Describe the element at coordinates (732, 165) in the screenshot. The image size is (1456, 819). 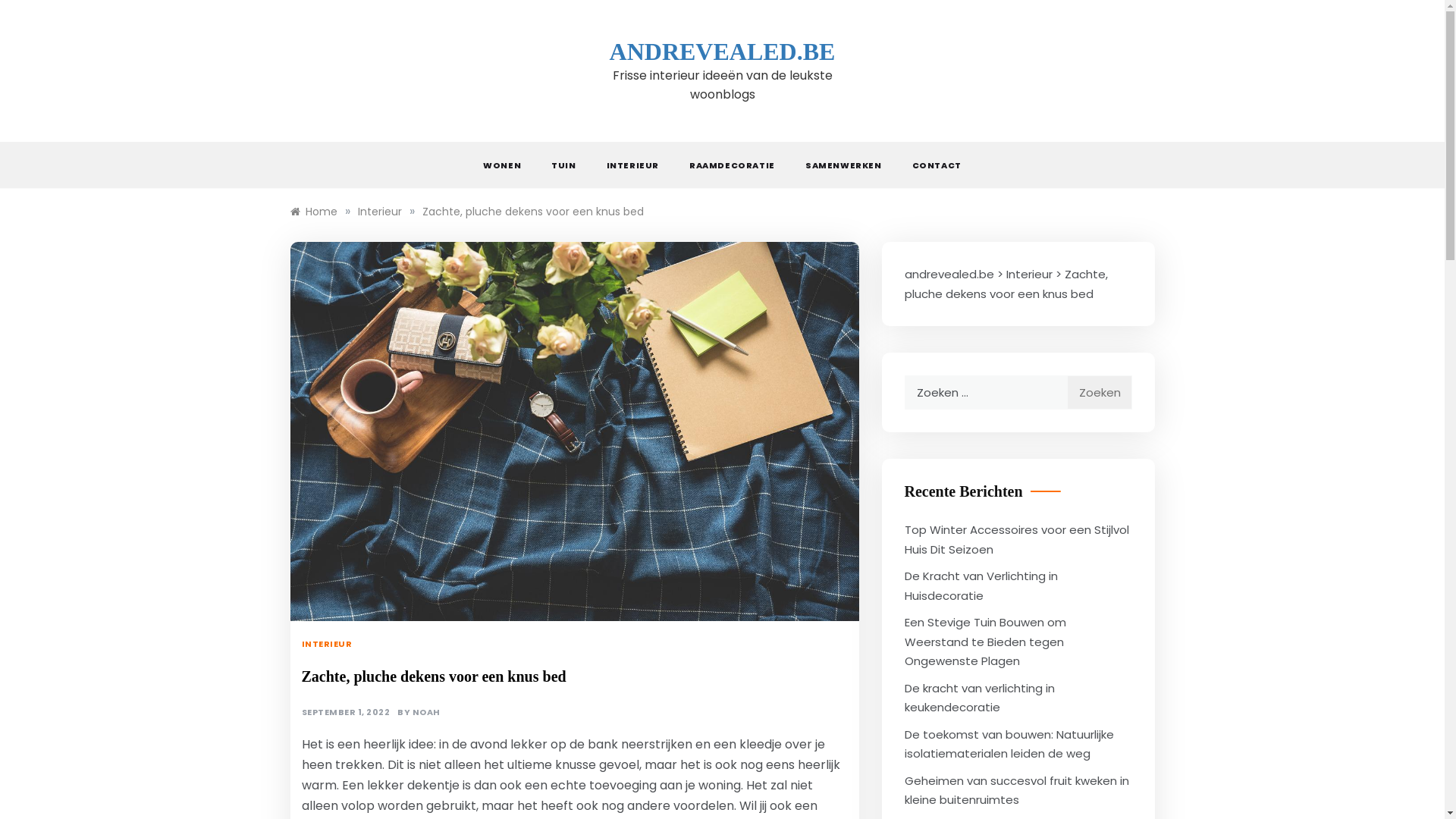
I see `'RAAMDECORATIE'` at that location.